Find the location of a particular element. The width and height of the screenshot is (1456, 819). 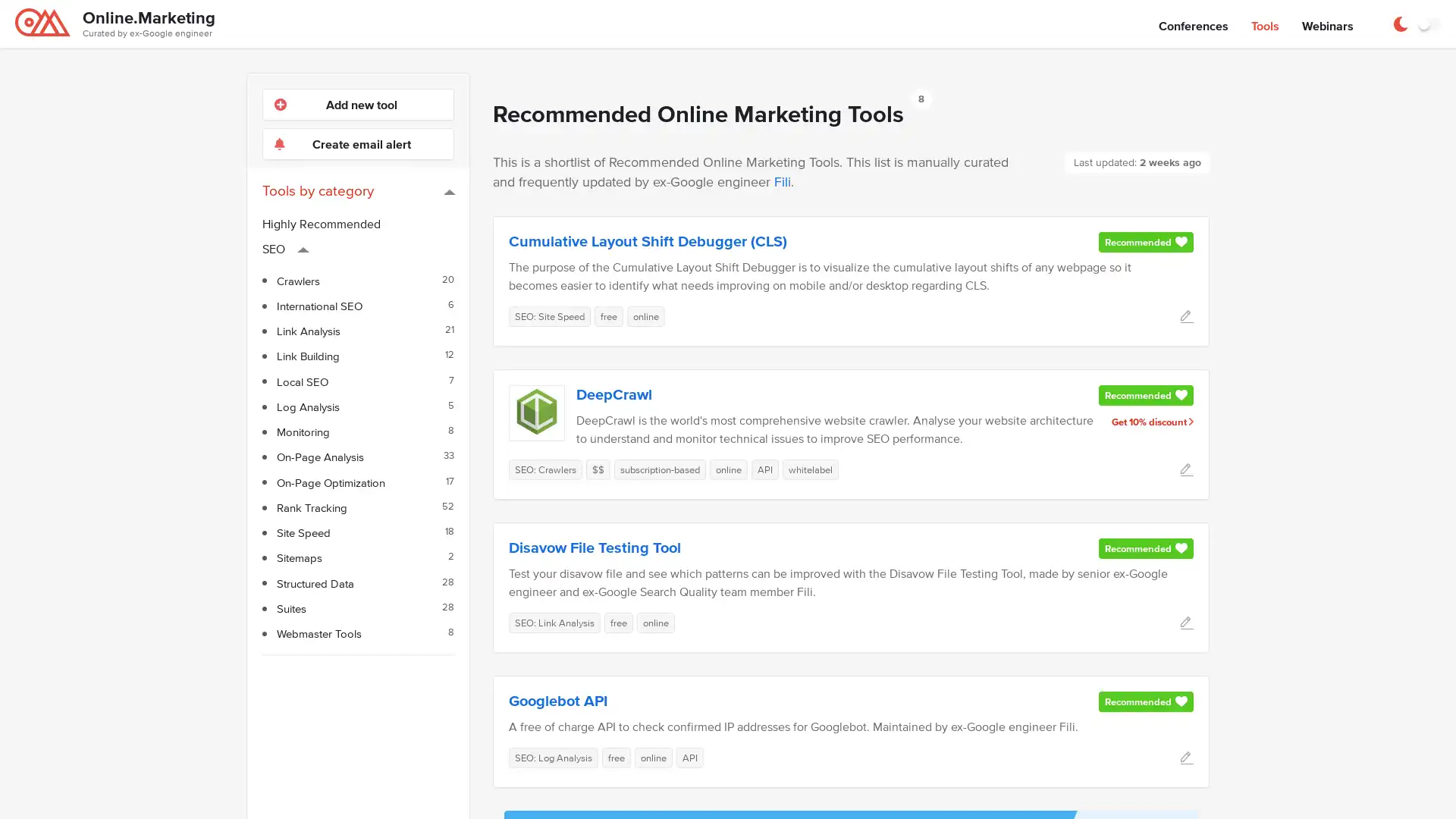

free is located at coordinates (616, 757).